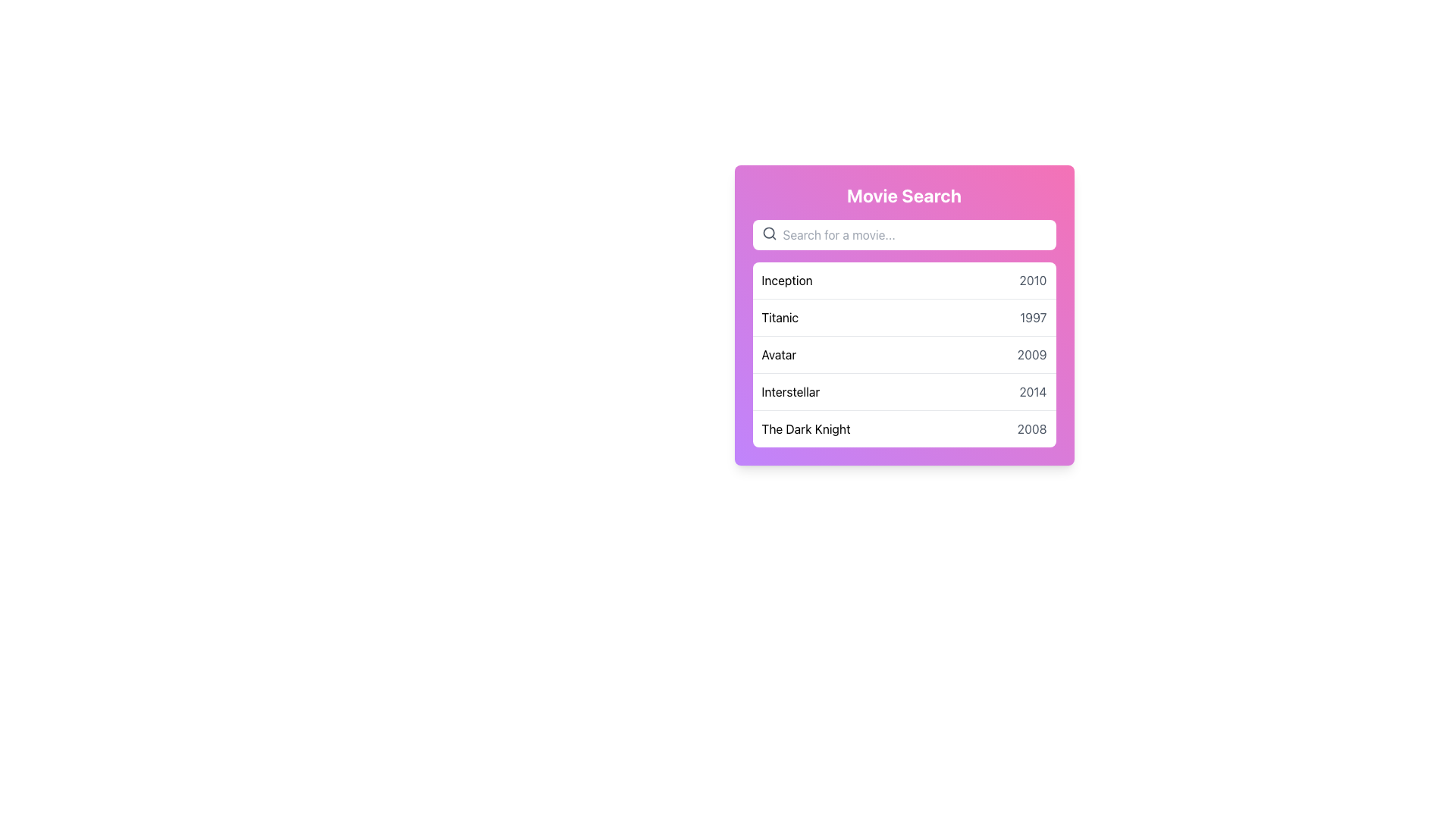  What do you see at coordinates (904, 391) in the screenshot?
I see `the fourth list item displaying the movie title 'Interstellar' and its release year '2014' in the movie search results list` at bounding box center [904, 391].